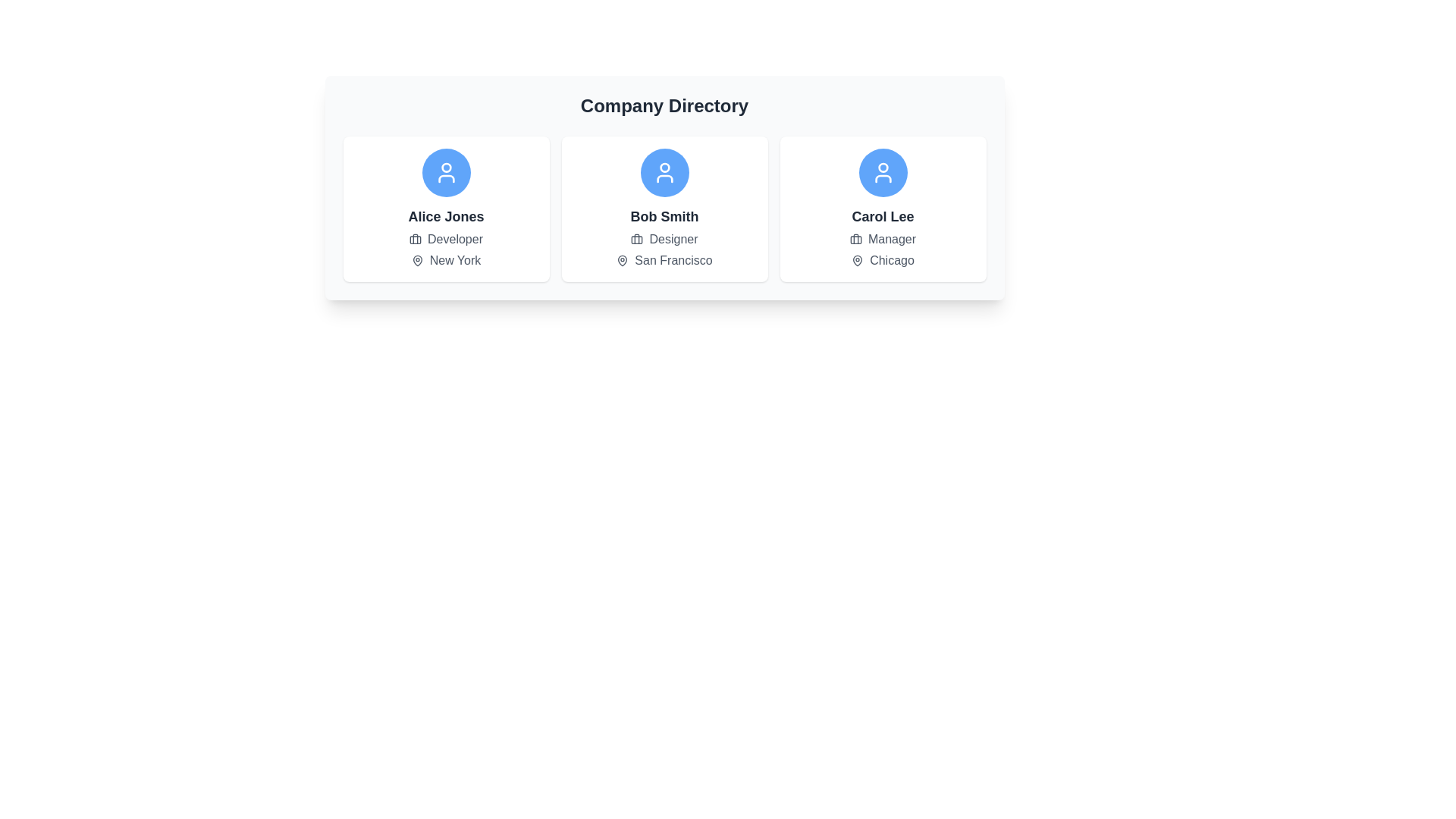 The height and width of the screenshot is (819, 1456). I want to click on the text label reading 'Carol Lee' which is styled in bold and dark gray, located in the rightmost card of the Company Directory, beneath the icon and above the 'Manager' label, so click(883, 216).